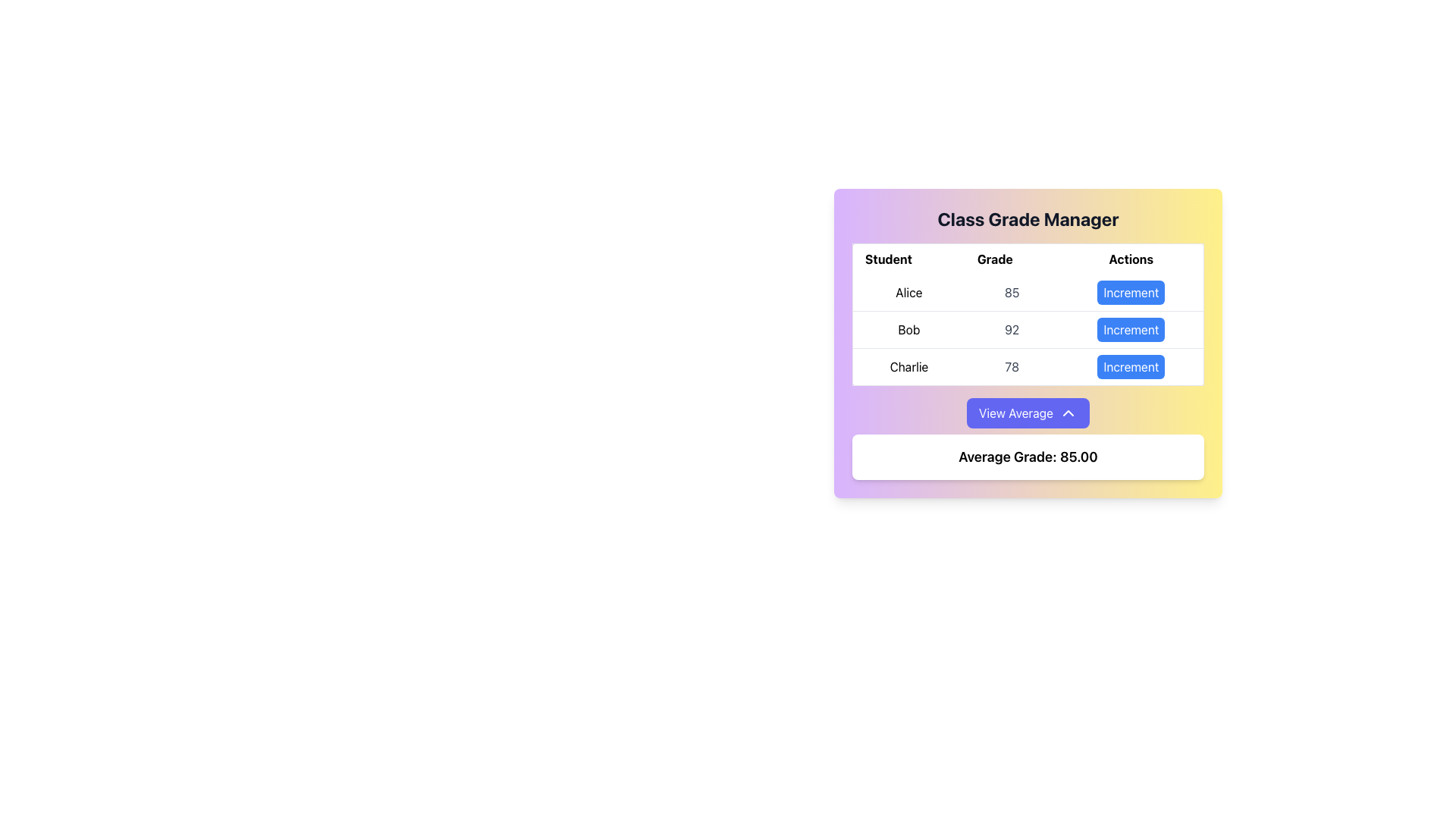 The height and width of the screenshot is (819, 1456). What do you see at coordinates (1028, 413) in the screenshot?
I see `the 'View Average' button, which has a blue background, white text, rounded corners, and an upward arrow icon` at bounding box center [1028, 413].